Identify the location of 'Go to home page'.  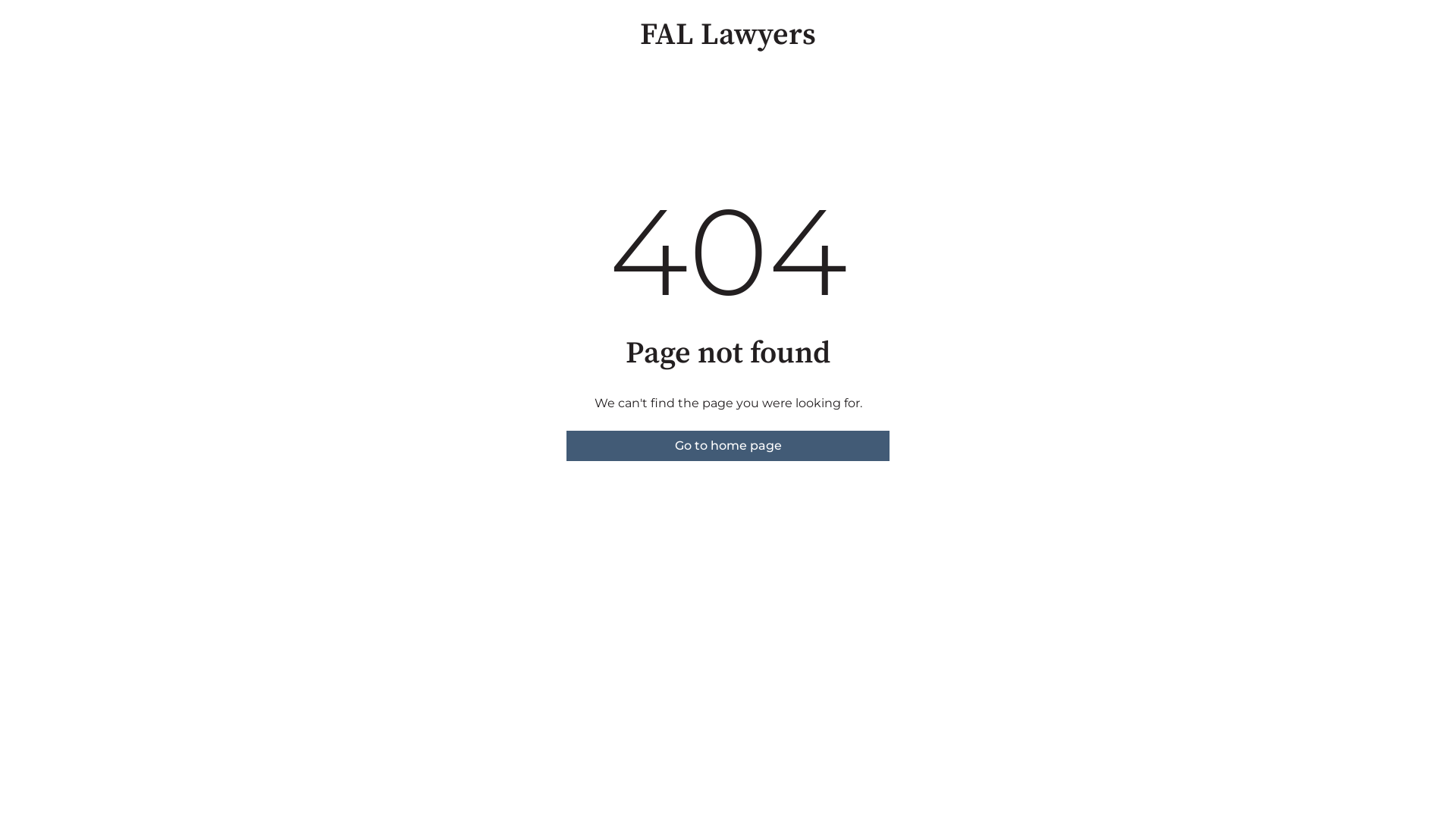
(728, 444).